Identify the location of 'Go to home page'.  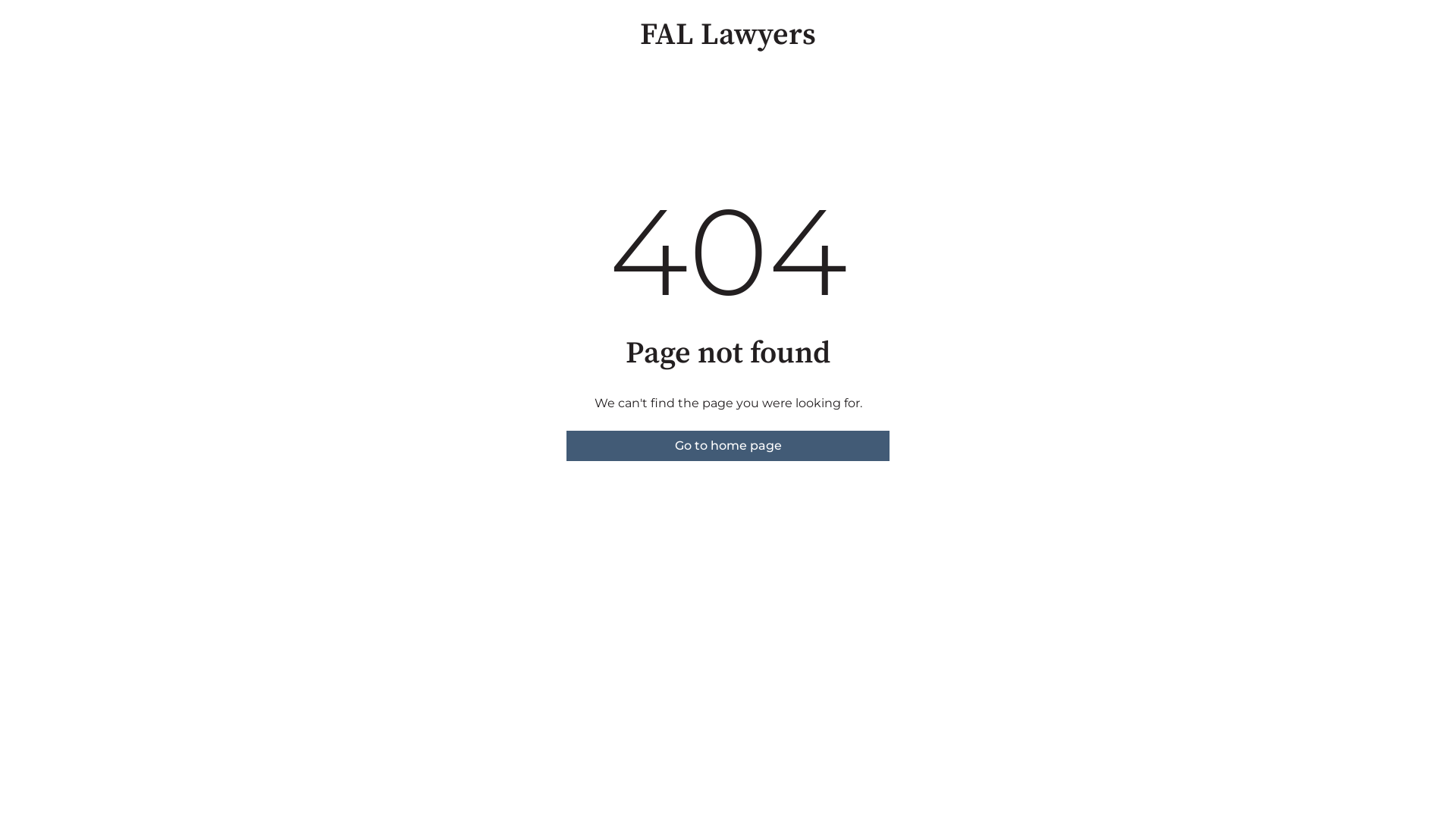
(728, 444).